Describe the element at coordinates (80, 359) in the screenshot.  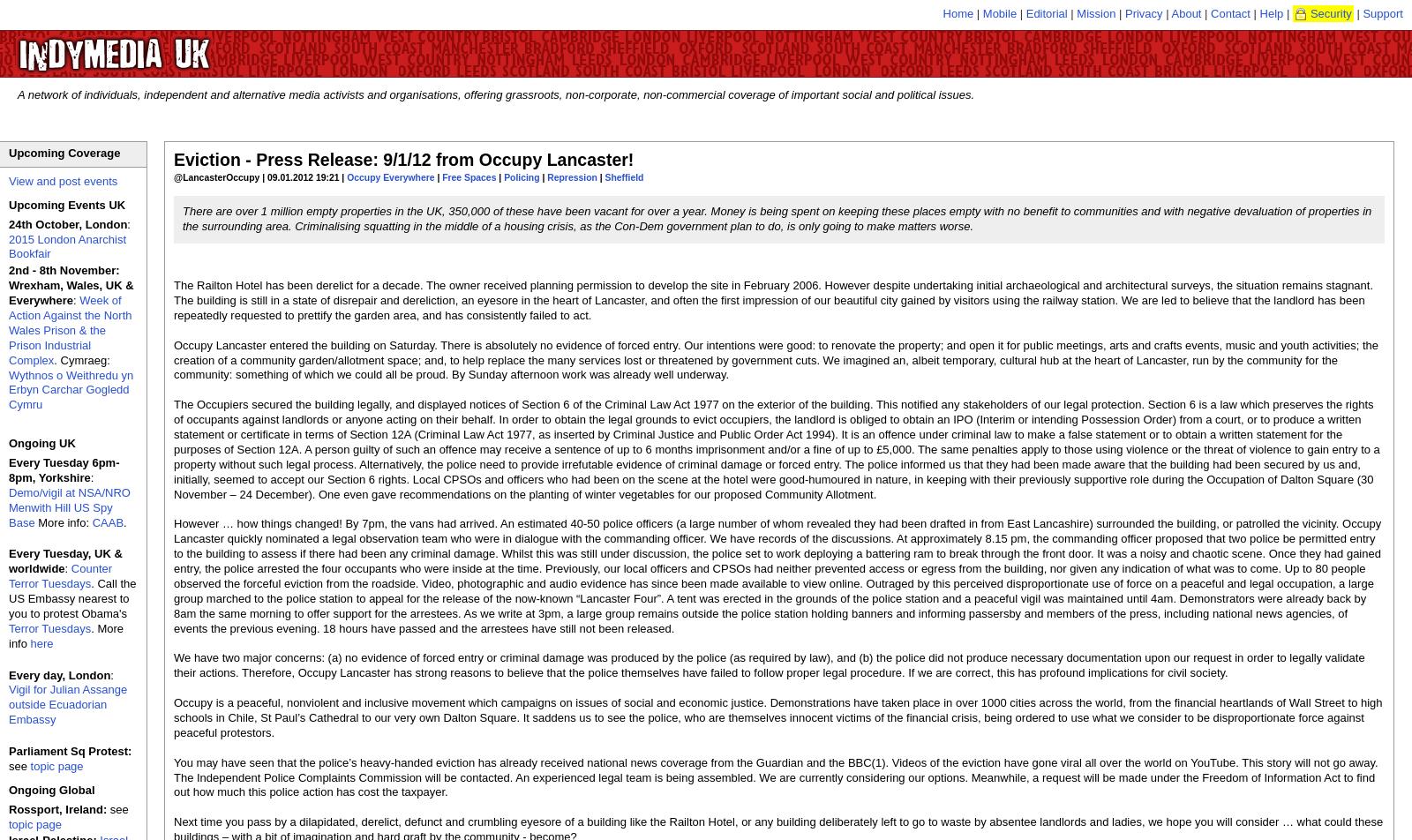
I see `'. 
Cymraeg:'` at that location.